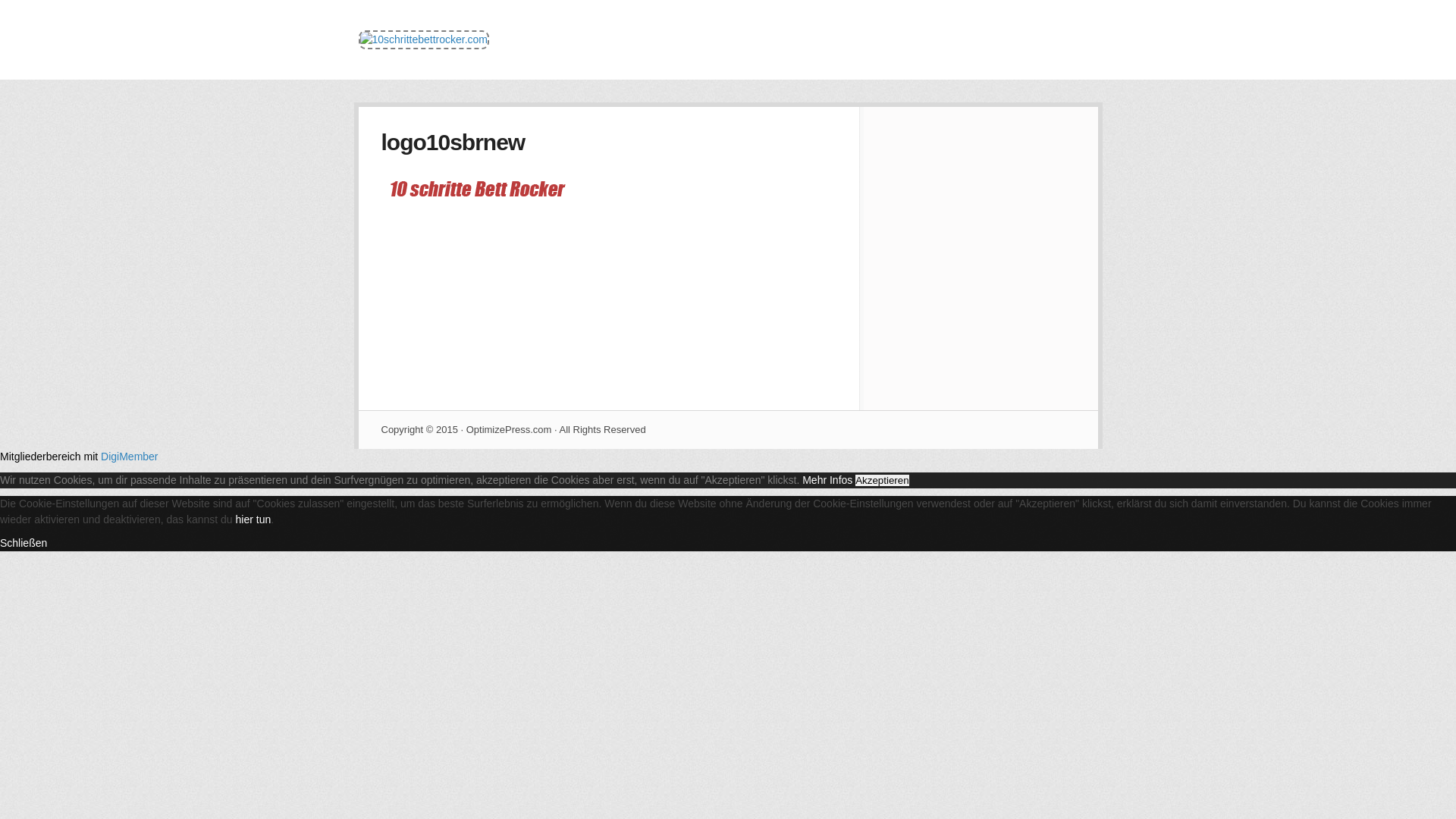 The height and width of the screenshot is (819, 1456). I want to click on 'hier tun', so click(253, 519).